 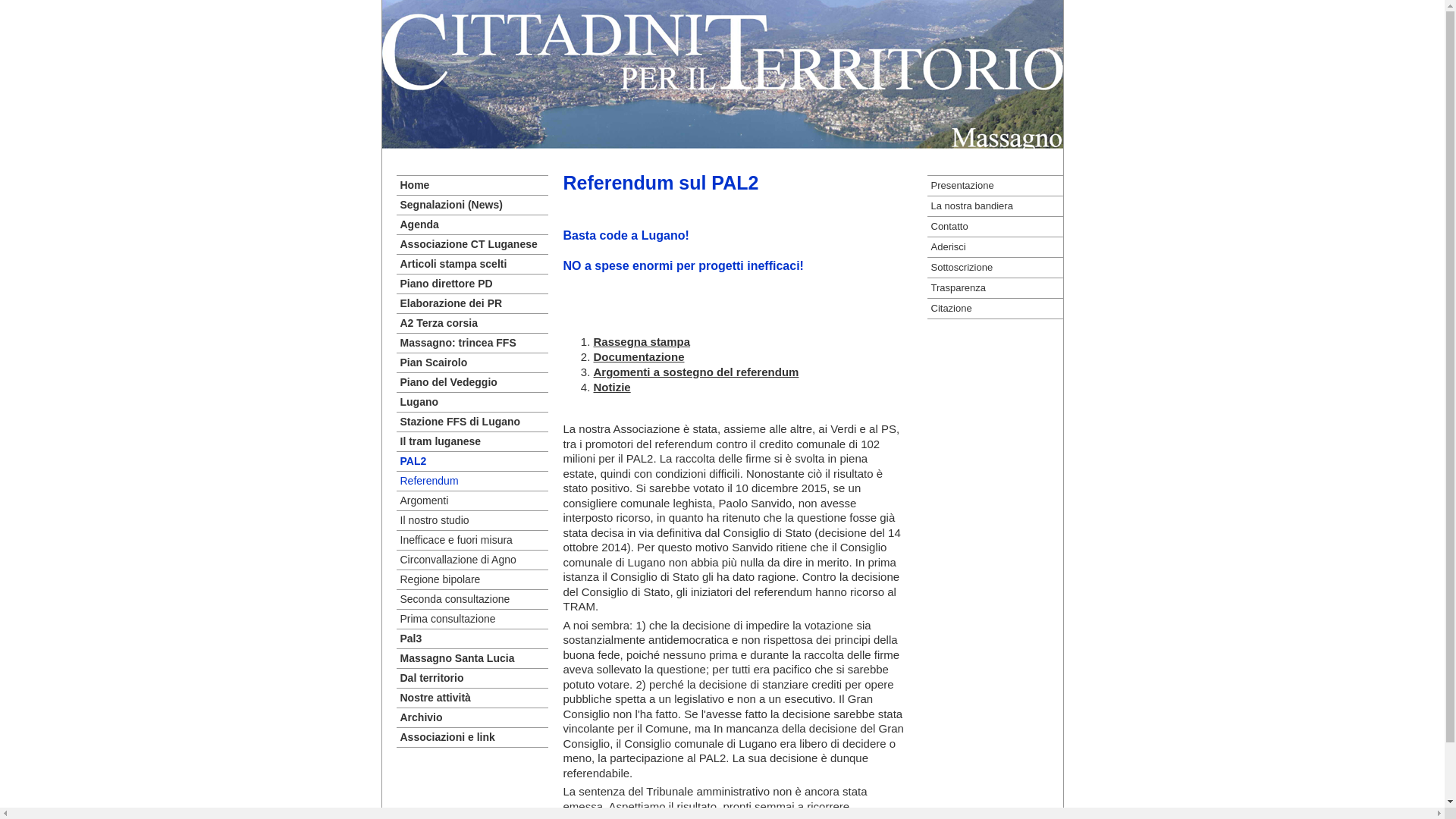 What do you see at coordinates (396, 263) in the screenshot?
I see `'Articoli stampa scelti'` at bounding box center [396, 263].